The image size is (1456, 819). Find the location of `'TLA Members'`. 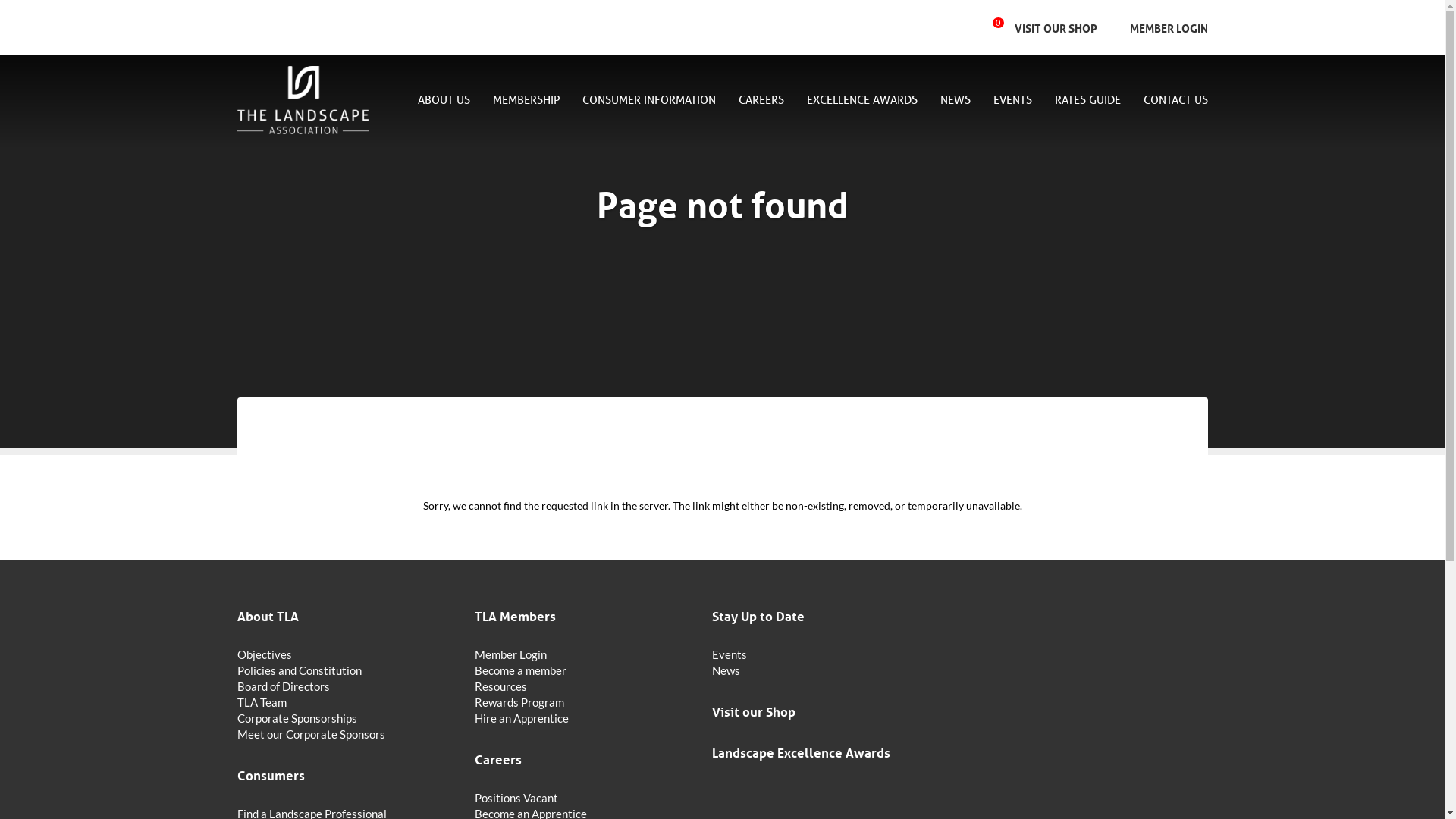

'TLA Members' is located at coordinates (473, 614).